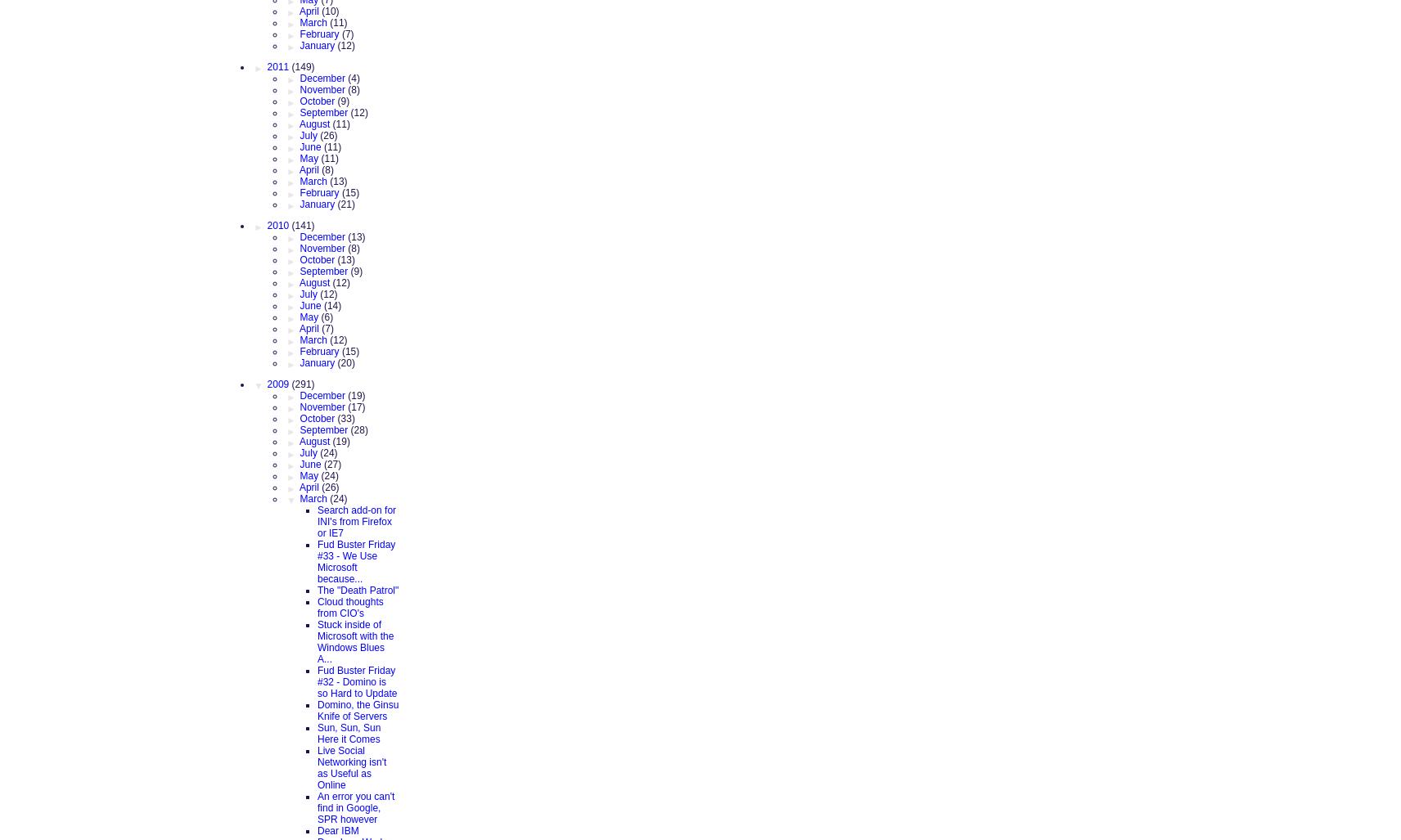 The width and height of the screenshot is (1401, 840). Describe the element at coordinates (317, 731) in the screenshot. I see `'Sun, Sun, Sun Here it Comes'` at that location.